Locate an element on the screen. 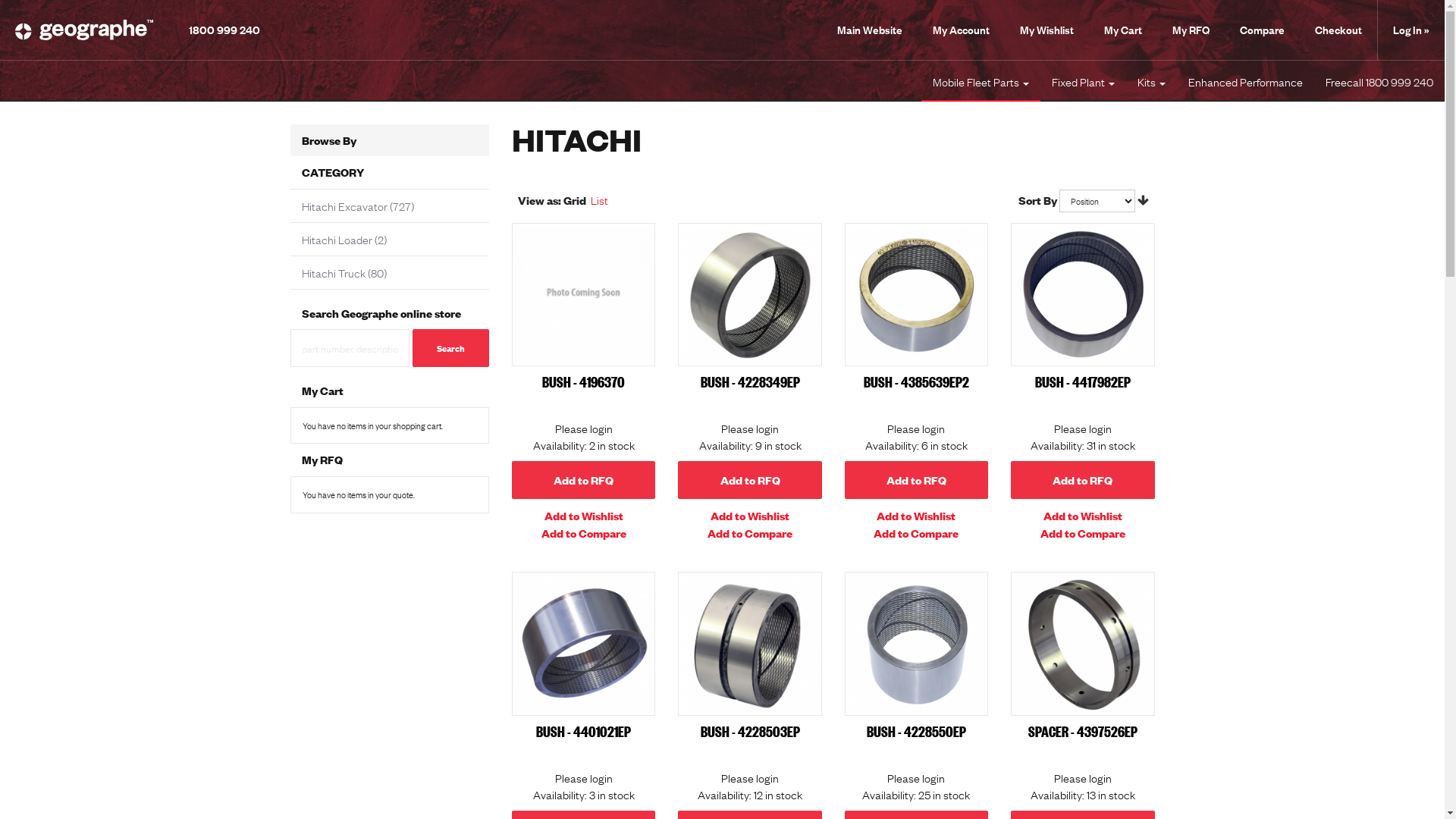 This screenshot has height=819, width=1456. 'Add to Wishlist' is located at coordinates (582, 514).